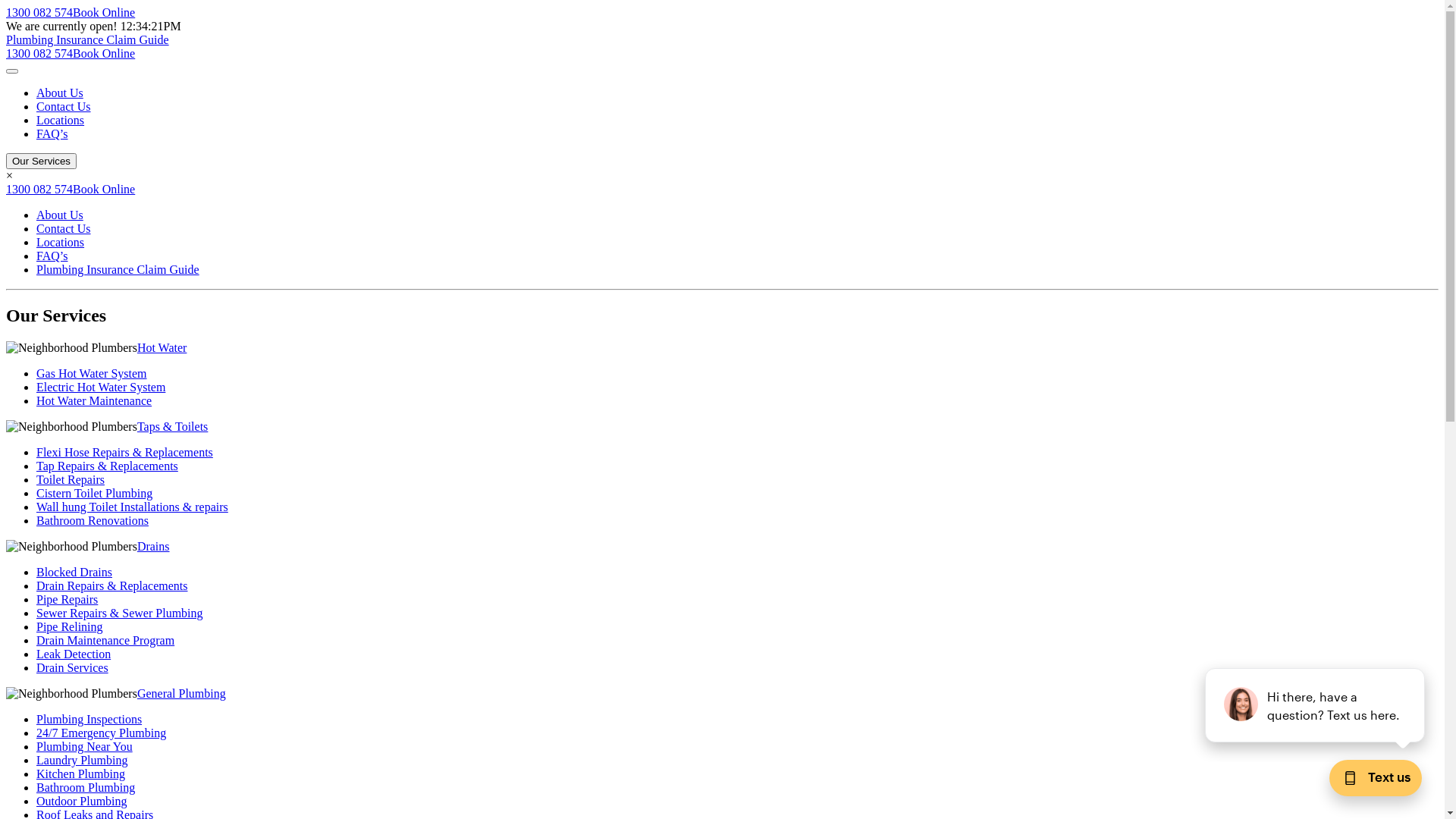 This screenshot has height=819, width=1456. What do you see at coordinates (162, 347) in the screenshot?
I see `'Hot Water'` at bounding box center [162, 347].